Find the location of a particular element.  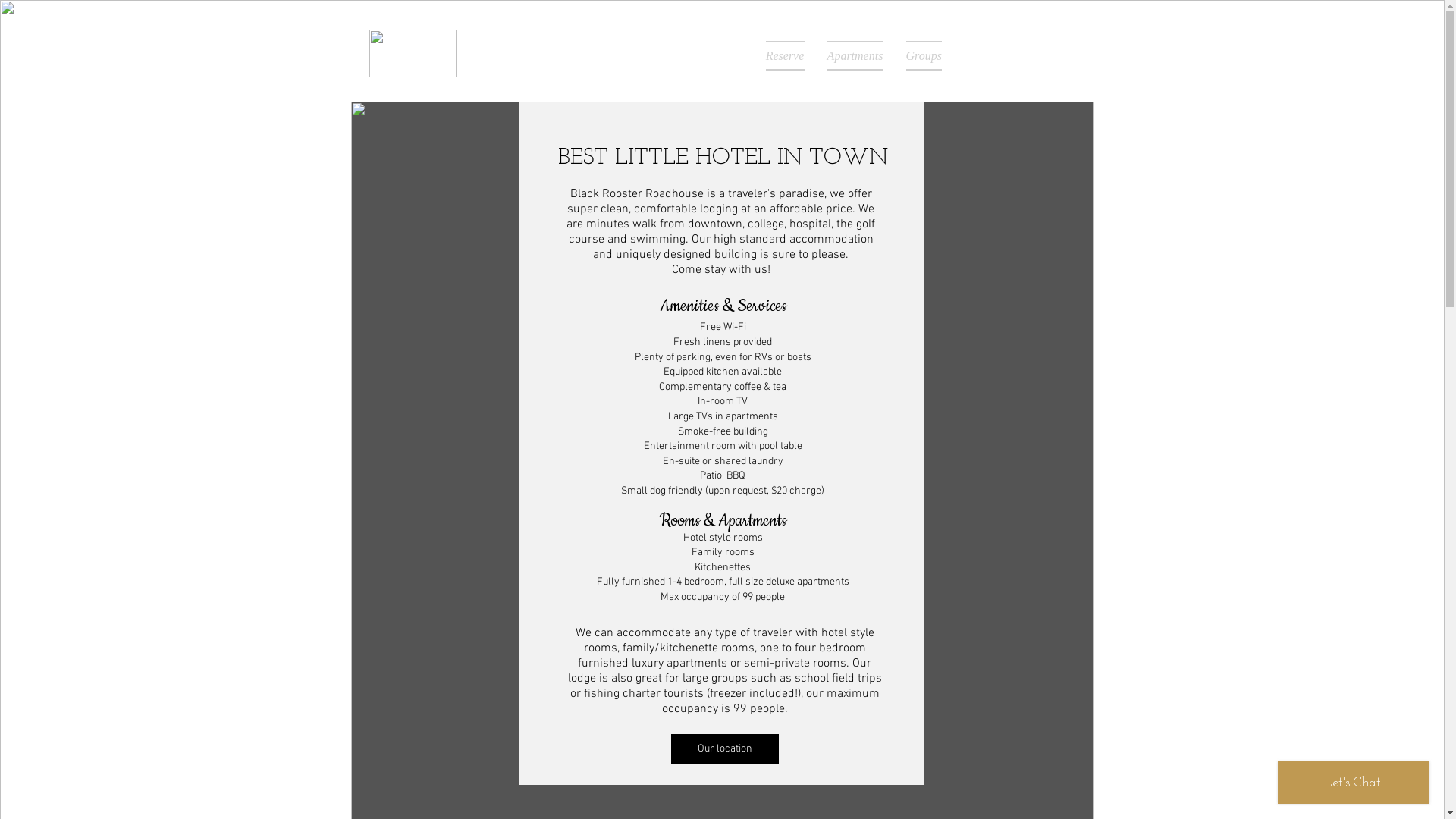

'Reserve' is located at coordinates (784, 55).